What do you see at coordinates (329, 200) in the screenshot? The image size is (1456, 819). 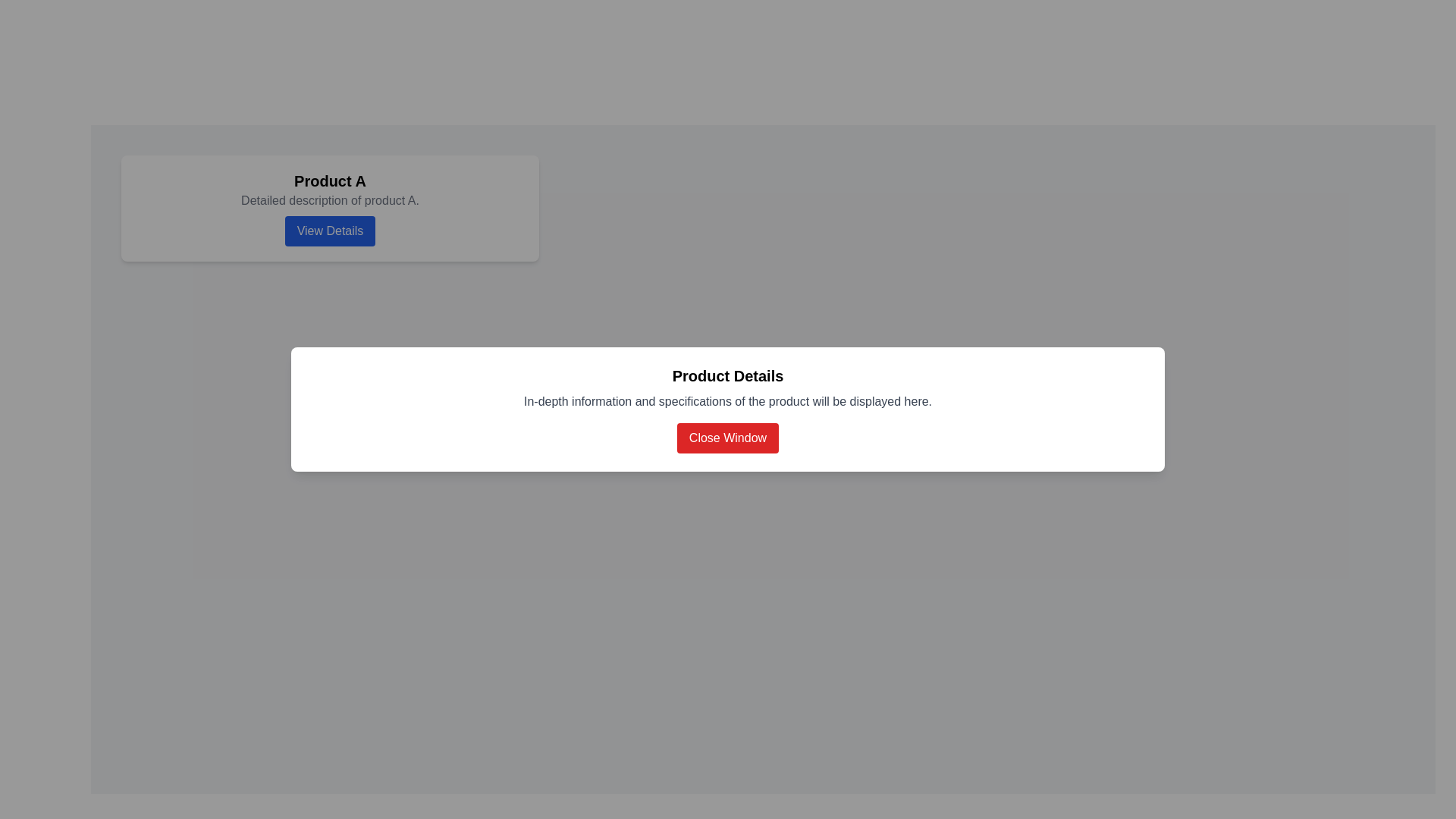 I see `the text label providing a brief description of the product, which is positioned directly below the 'Product A' header and above the 'View Details' button` at bounding box center [329, 200].